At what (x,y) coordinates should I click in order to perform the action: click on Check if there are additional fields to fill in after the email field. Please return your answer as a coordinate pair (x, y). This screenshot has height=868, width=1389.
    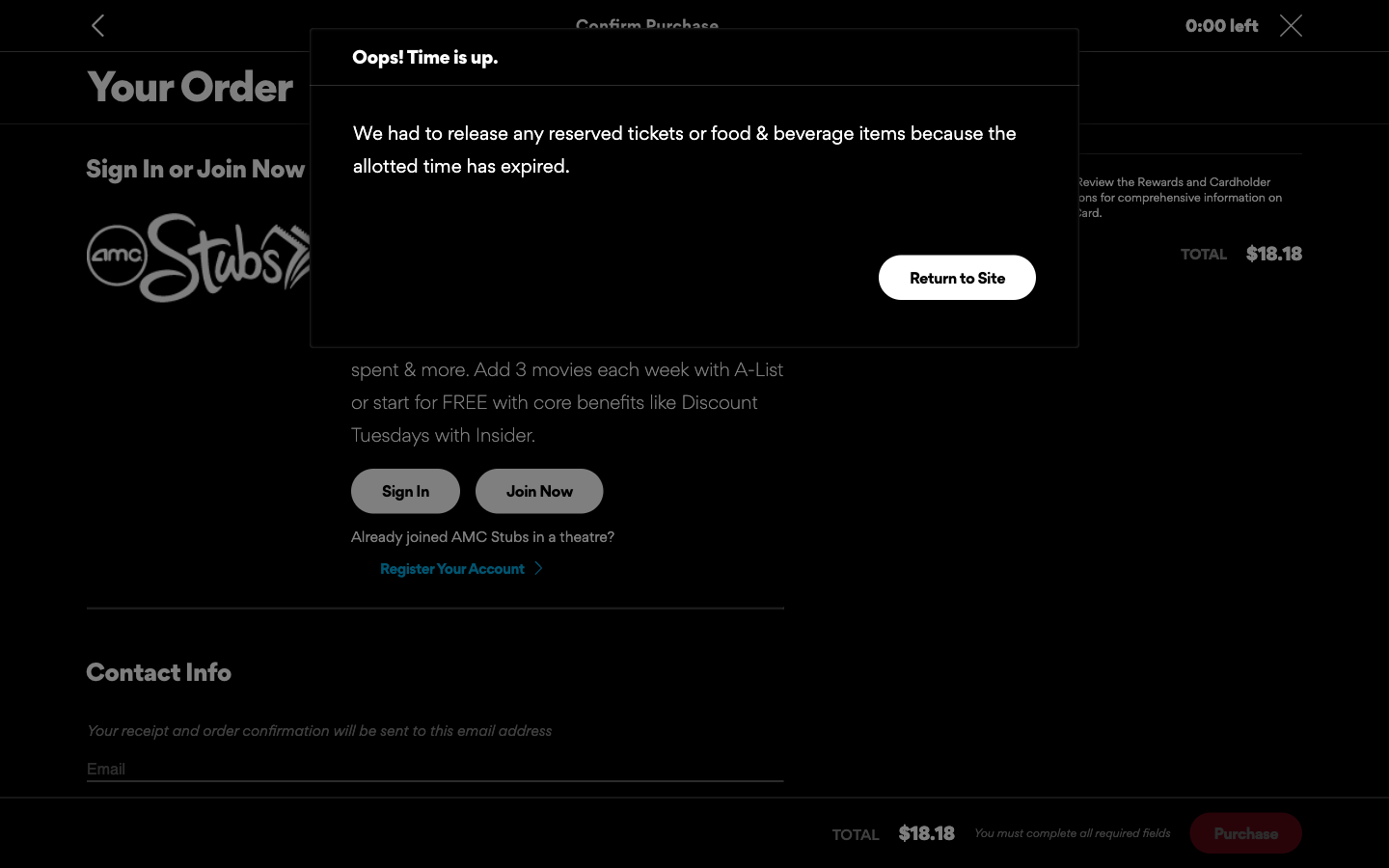
    Looking at the image, I should click on (435, 769).